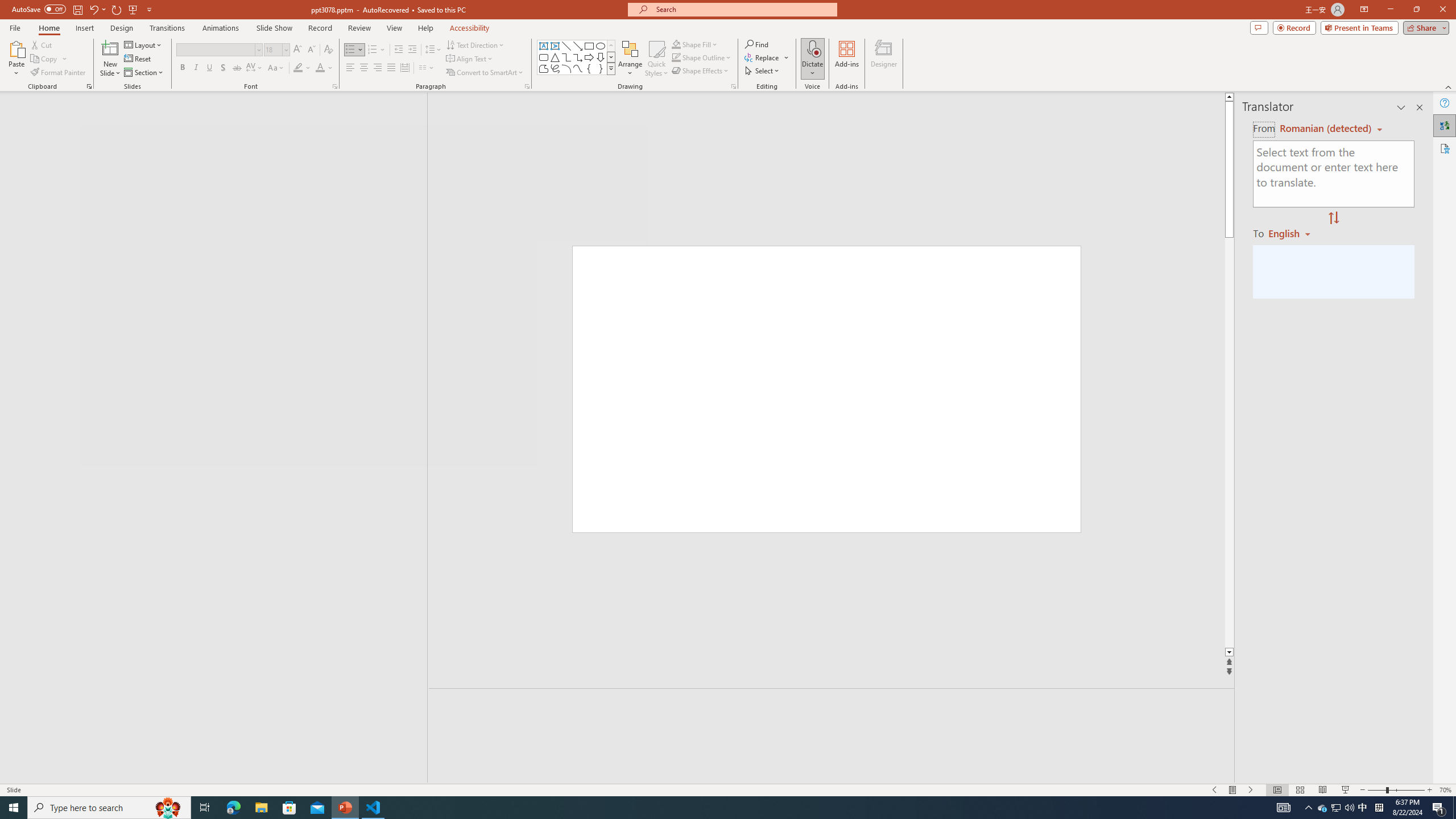 This screenshot has width=1456, height=819. What do you see at coordinates (1323, 128) in the screenshot?
I see `'Romanian (detected)'` at bounding box center [1323, 128].